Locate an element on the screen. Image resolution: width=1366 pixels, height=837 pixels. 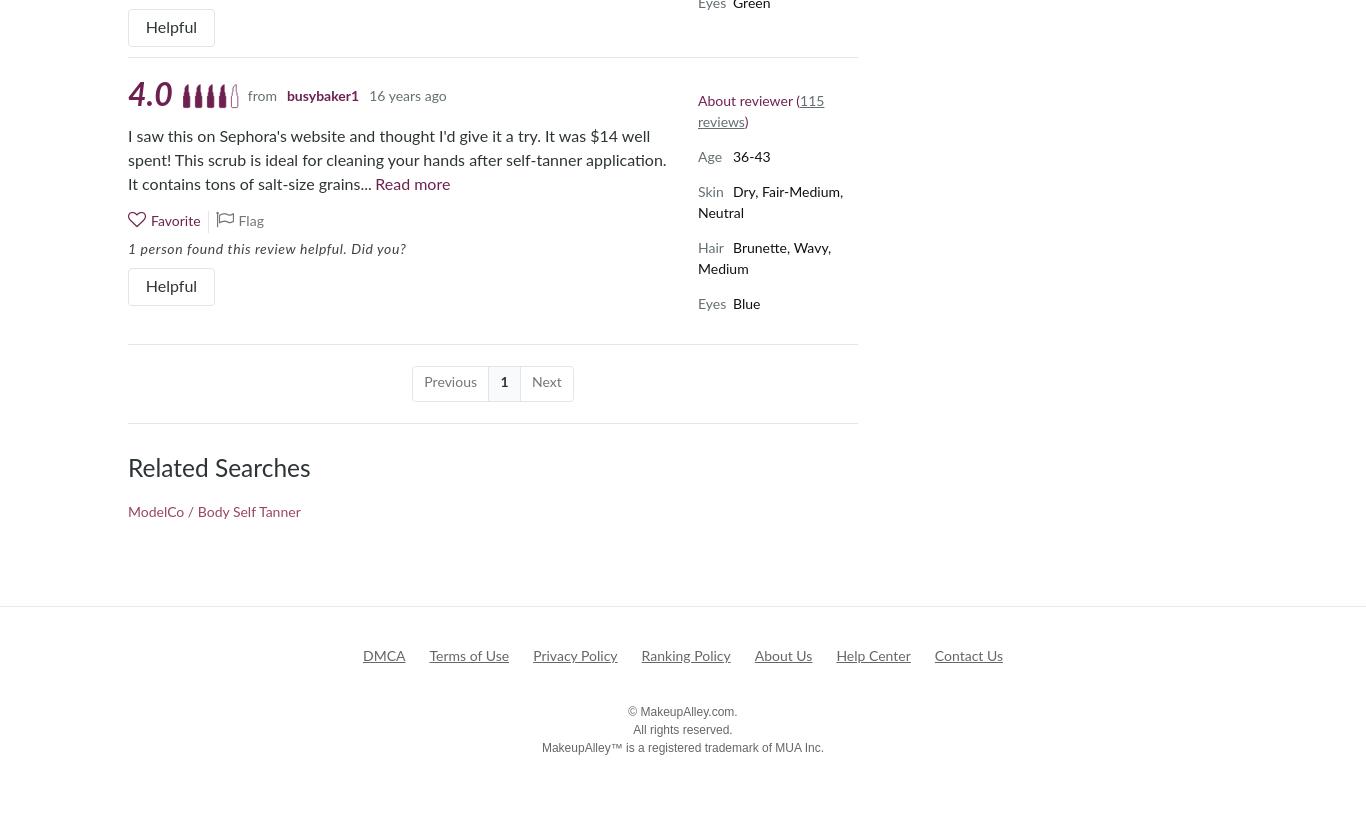
'Age' is located at coordinates (698, 156).